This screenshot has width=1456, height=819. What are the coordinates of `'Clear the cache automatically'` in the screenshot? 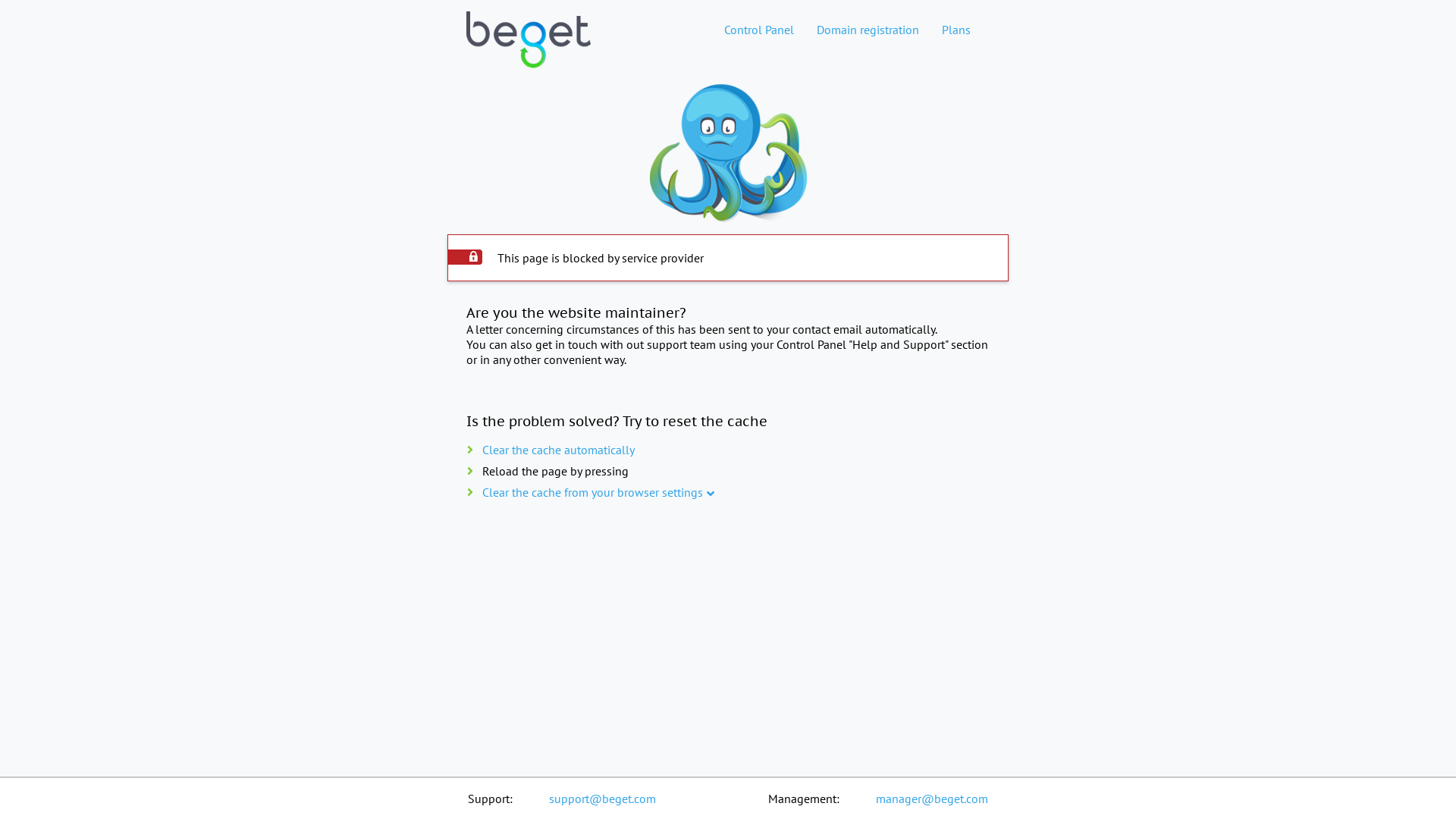 It's located at (557, 449).